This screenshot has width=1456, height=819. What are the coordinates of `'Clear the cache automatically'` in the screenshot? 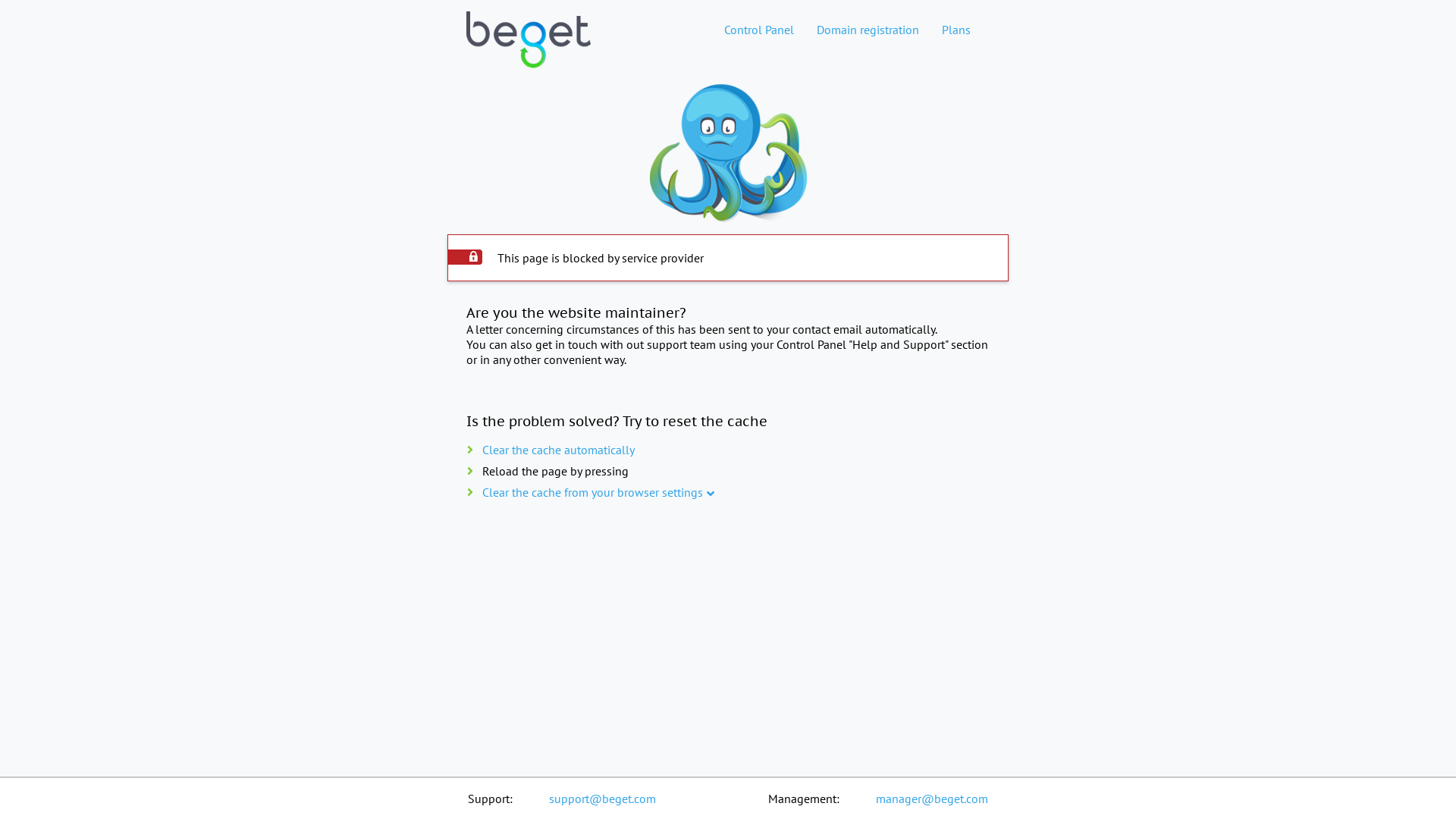 It's located at (557, 449).